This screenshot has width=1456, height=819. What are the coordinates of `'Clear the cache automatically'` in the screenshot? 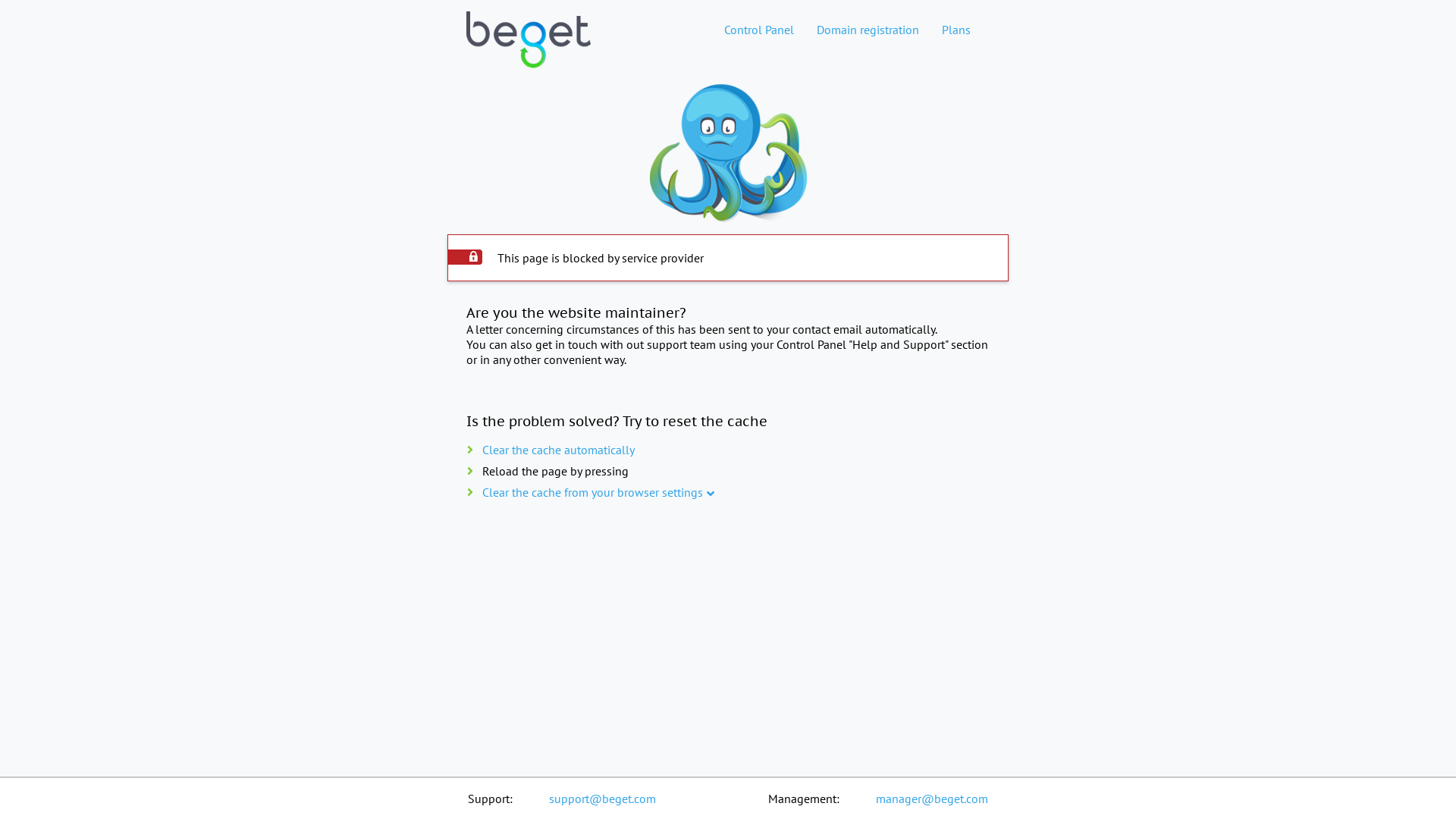 It's located at (557, 449).